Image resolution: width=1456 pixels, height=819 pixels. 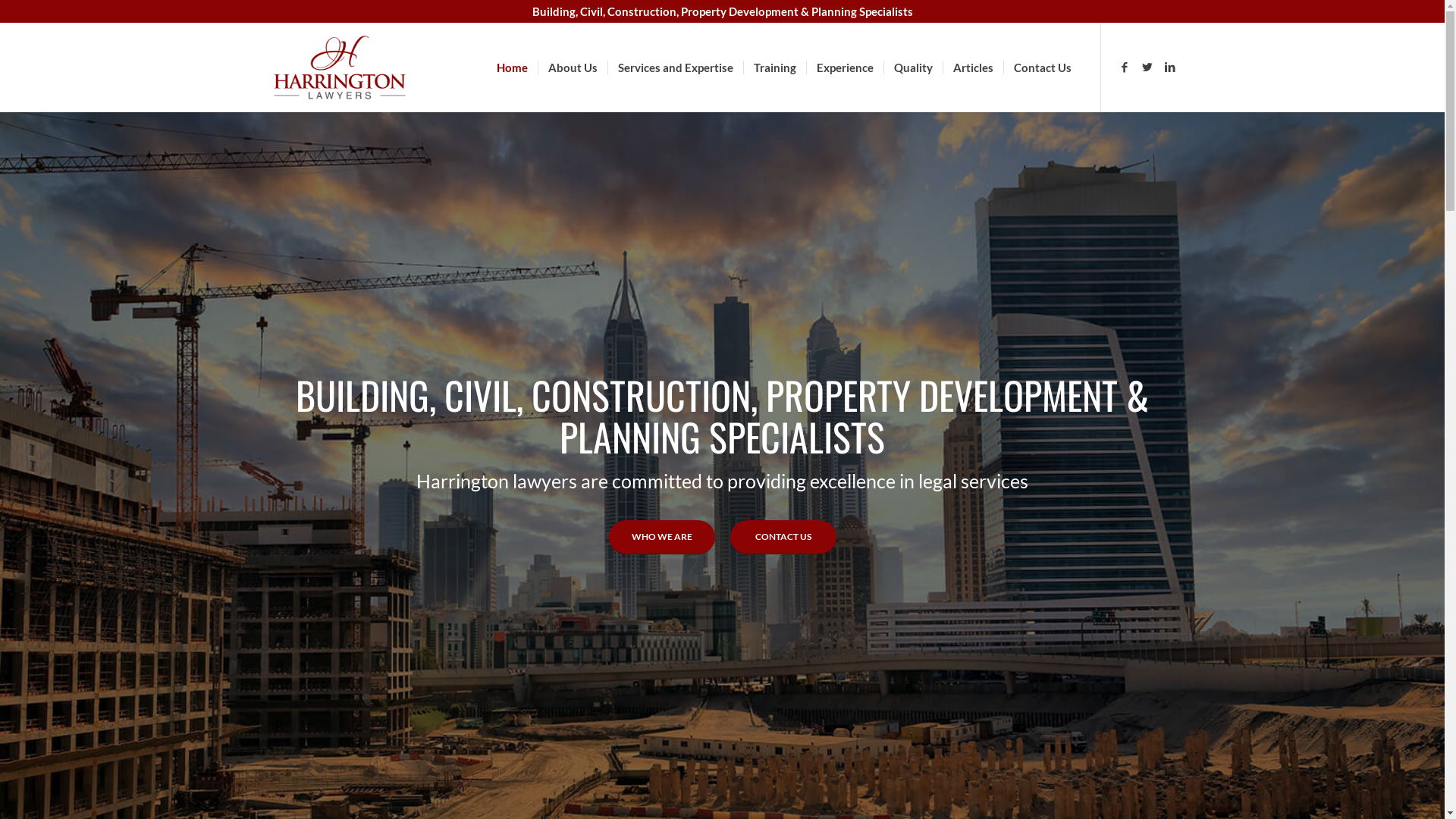 I want to click on 'Services and Expertise', so click(x=673, y=66).